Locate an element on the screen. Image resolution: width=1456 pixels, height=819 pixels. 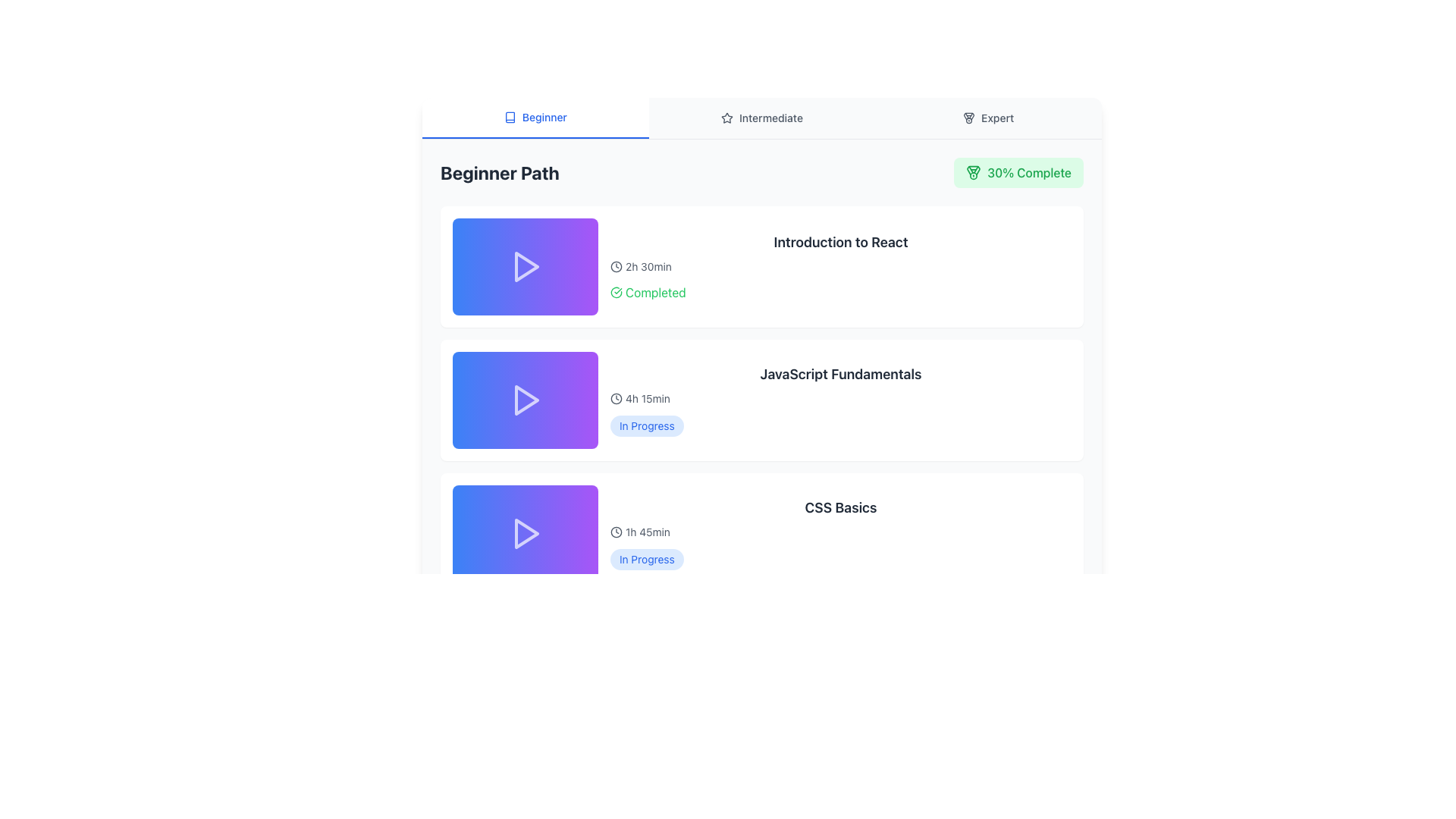
the 'Intermediate' tab in the top navigation bar is located at coordinates (761, 117).